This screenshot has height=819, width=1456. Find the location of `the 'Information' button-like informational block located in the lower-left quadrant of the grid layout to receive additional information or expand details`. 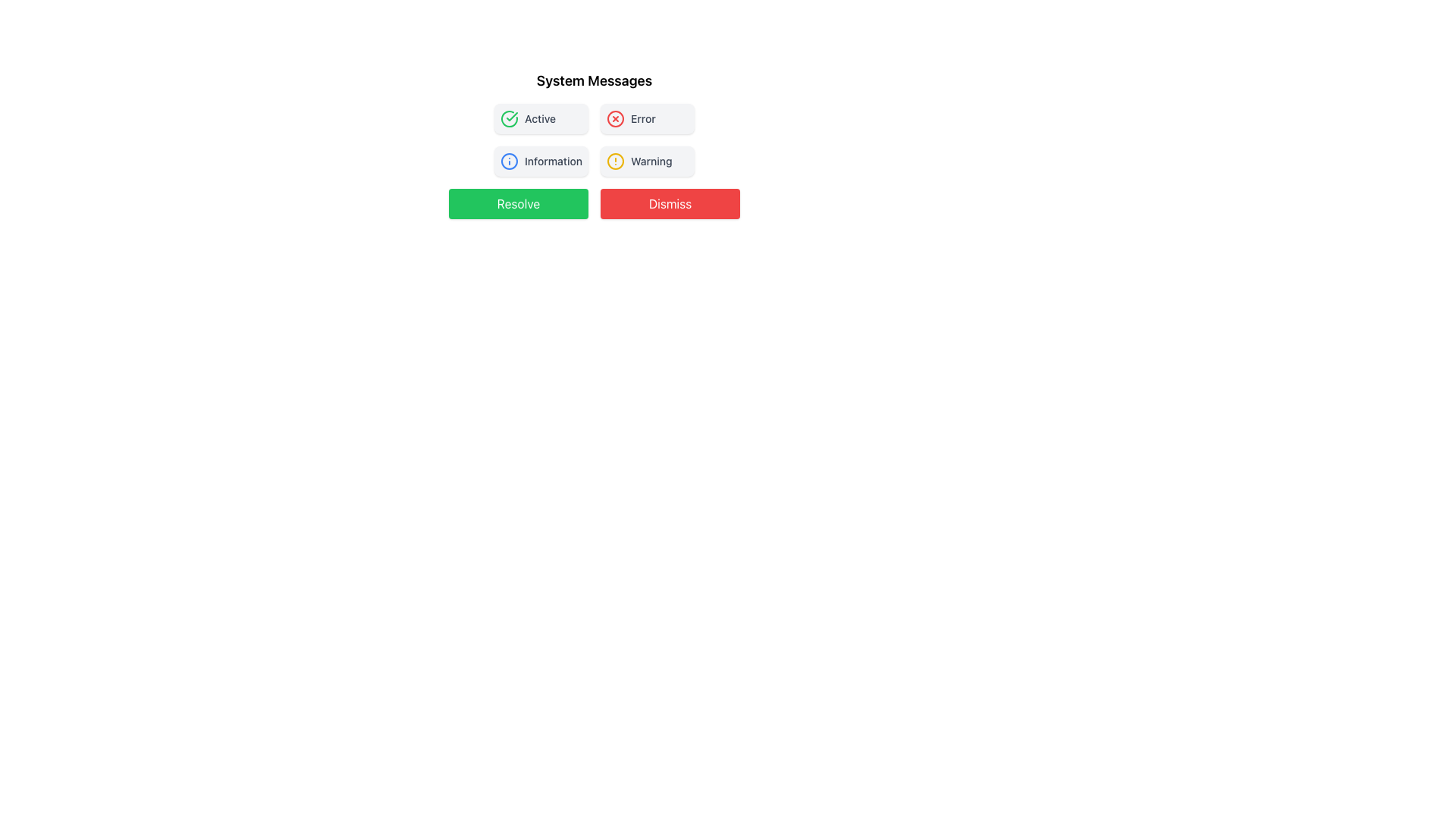

the 'Information' button-like informational block located in the lower-left quadrant of the grid layout to receive additional information or expand details is located at coordinates (541, 161).